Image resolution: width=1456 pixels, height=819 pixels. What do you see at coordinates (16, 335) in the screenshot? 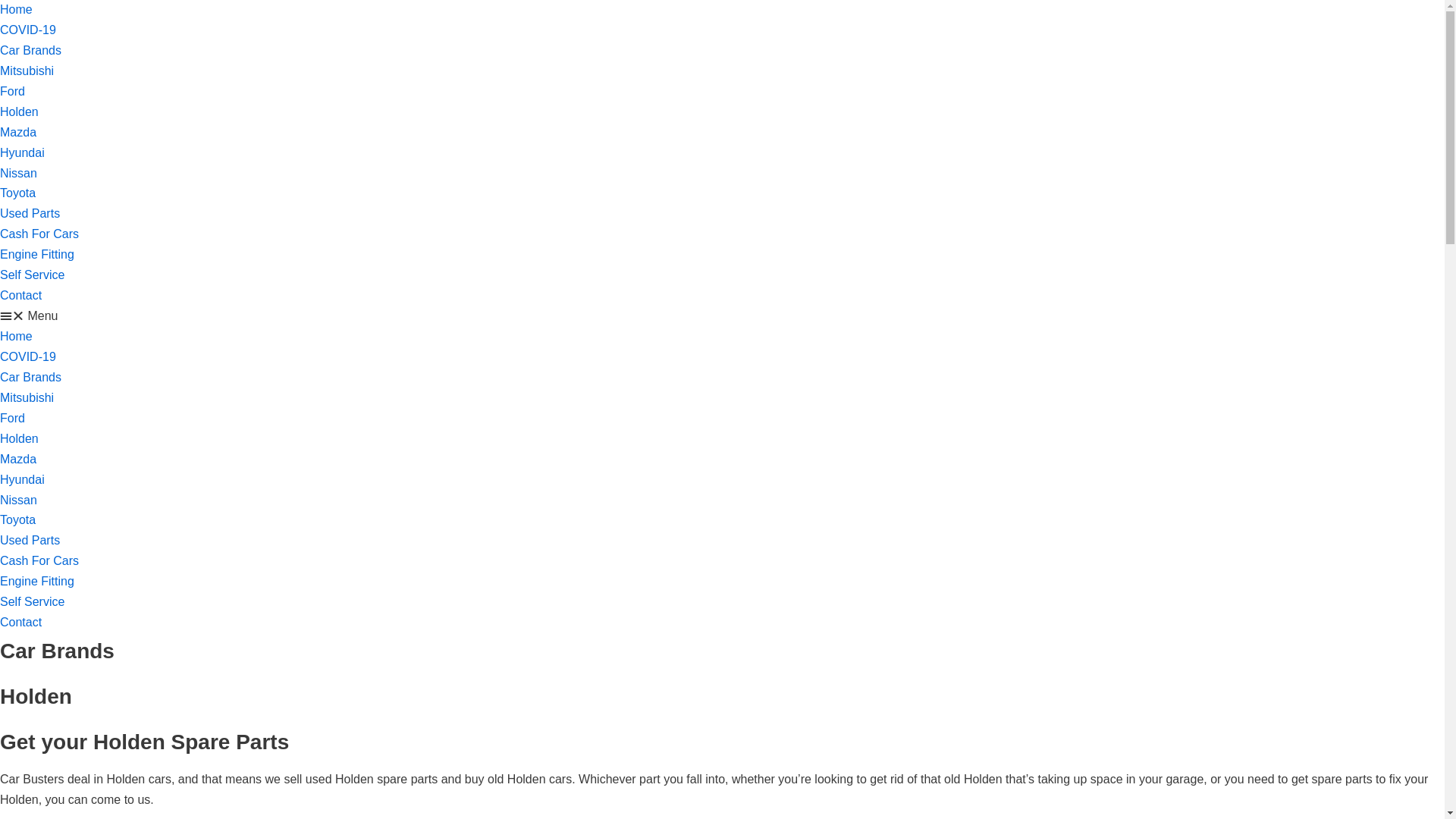
I see `'Home'` at bounding box center [16, 335].